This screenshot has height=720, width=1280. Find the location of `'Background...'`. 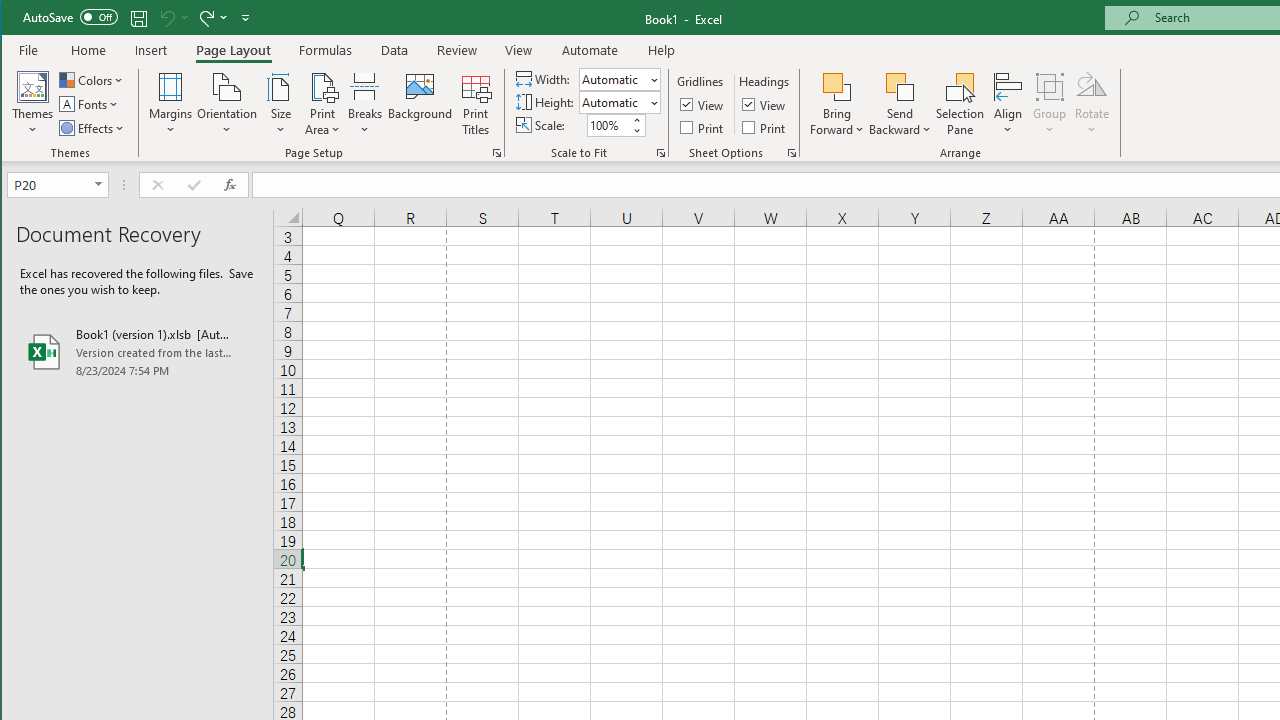

'Background...' is located at coordinates (419, 104).